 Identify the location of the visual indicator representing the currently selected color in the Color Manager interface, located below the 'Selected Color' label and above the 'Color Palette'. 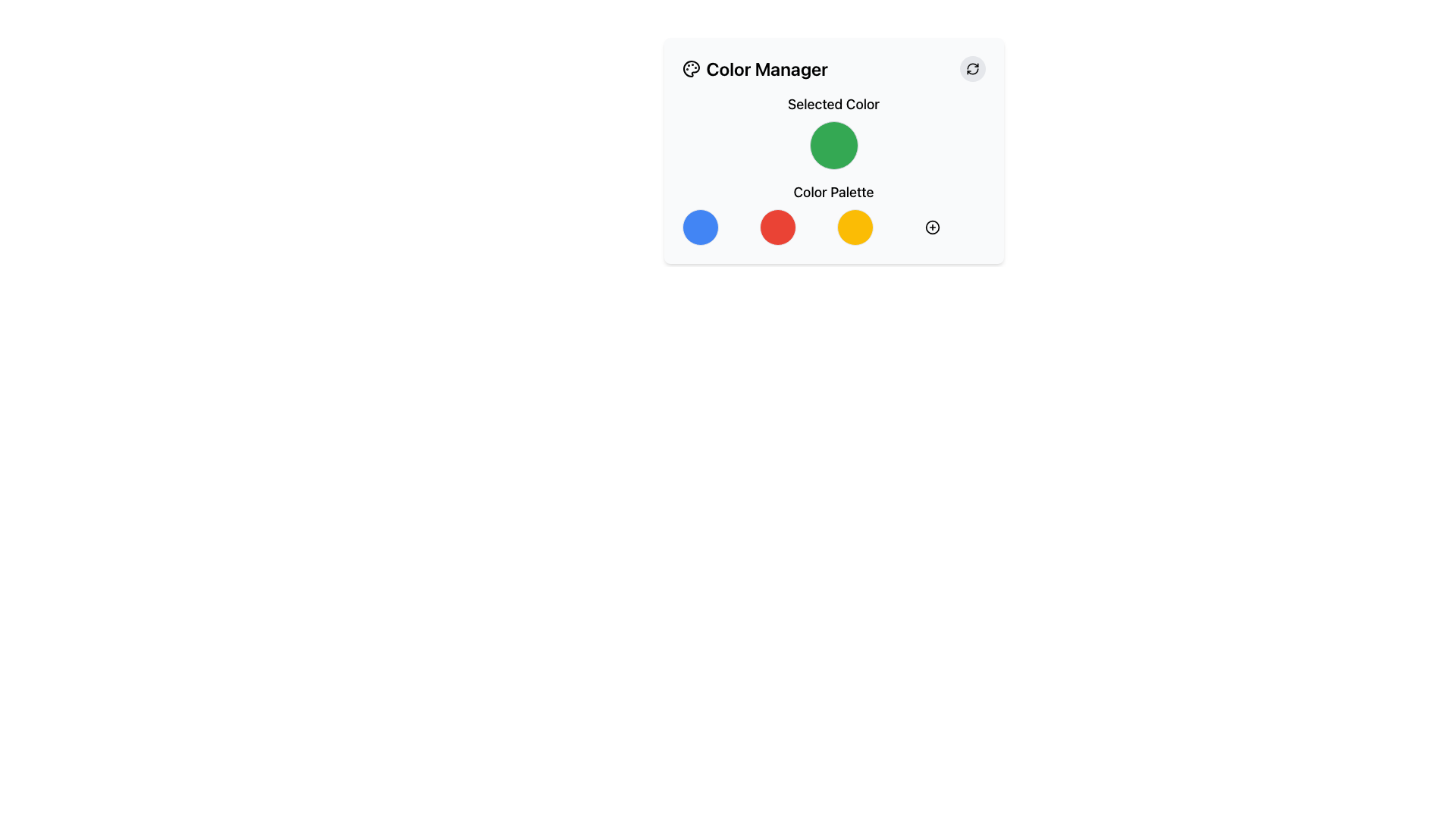
(833, 130).